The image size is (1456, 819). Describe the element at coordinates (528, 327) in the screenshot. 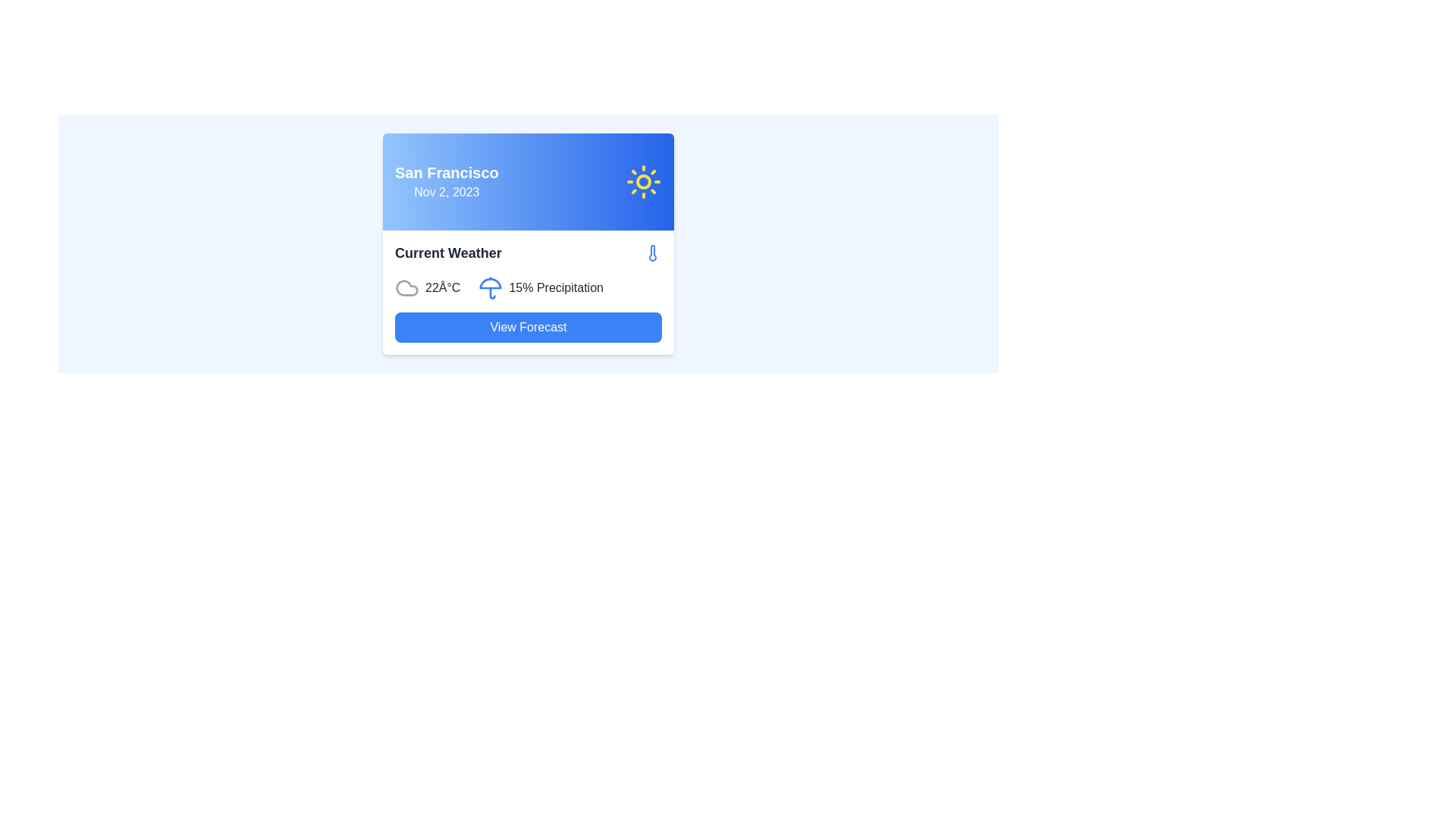

I see `the navigation button located at the lower section of the 'Current Weather' card` at that location.